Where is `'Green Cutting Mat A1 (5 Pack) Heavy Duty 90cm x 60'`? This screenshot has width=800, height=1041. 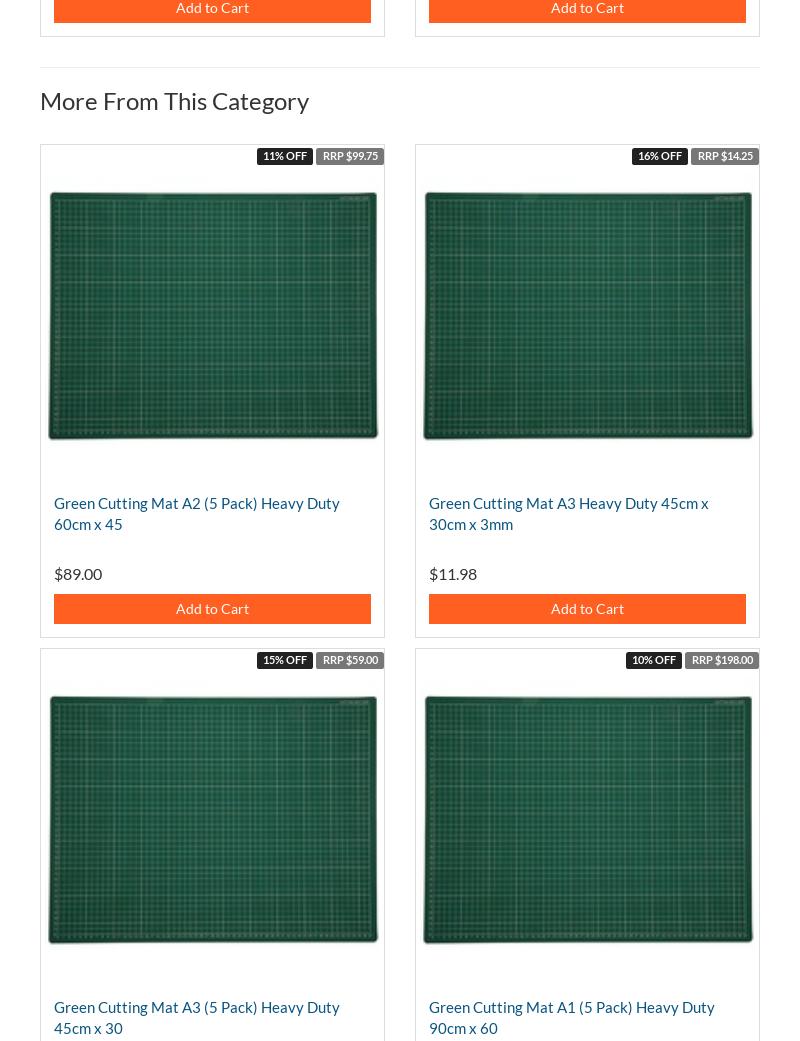
'Green Cutting Mat A1 (5 Pack) Heavy Duty 90cm x 60' is located at coordinates (571, 1017).